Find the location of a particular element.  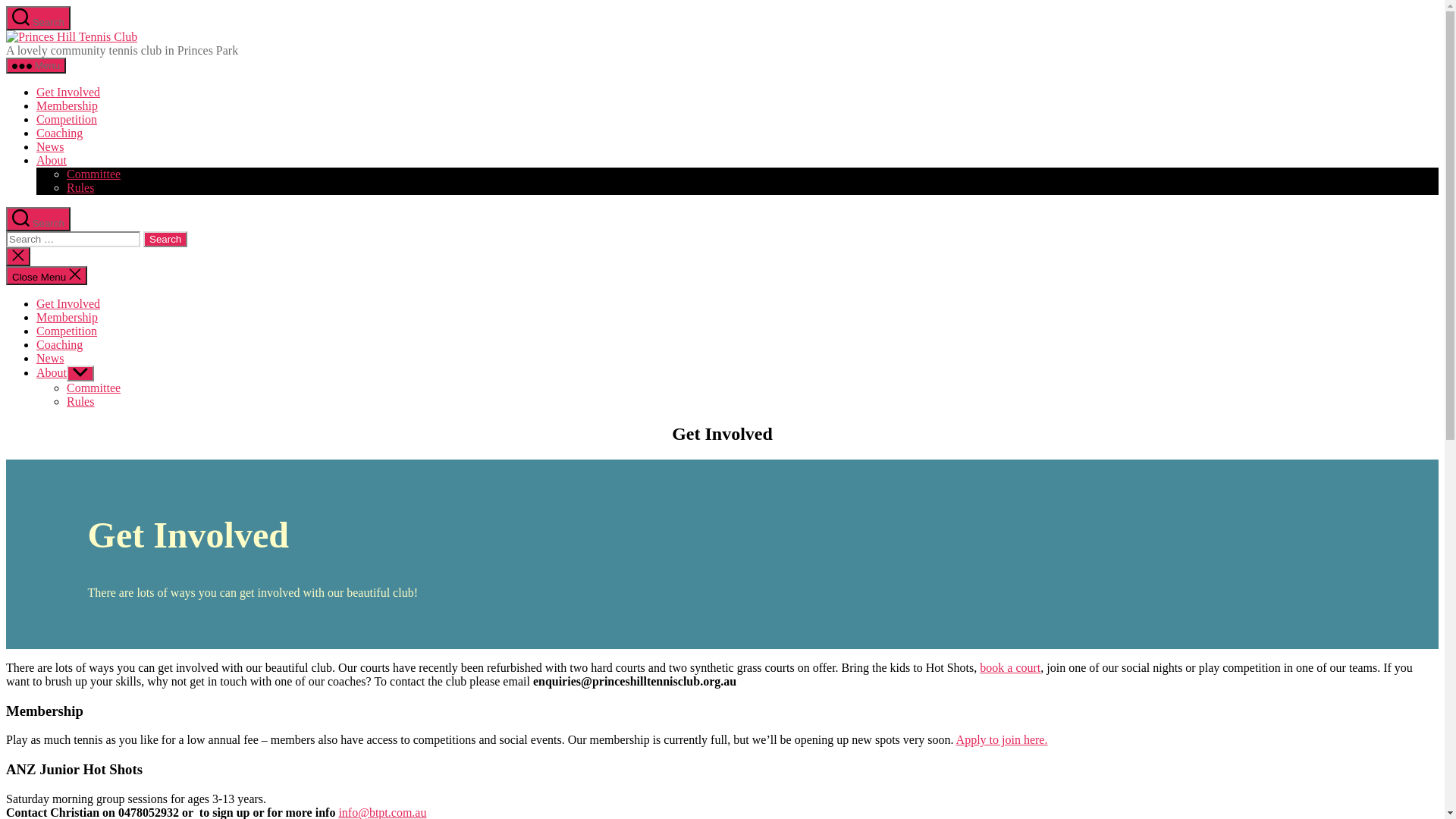

'Apply to join here.' is located at coordinates (955, 739).